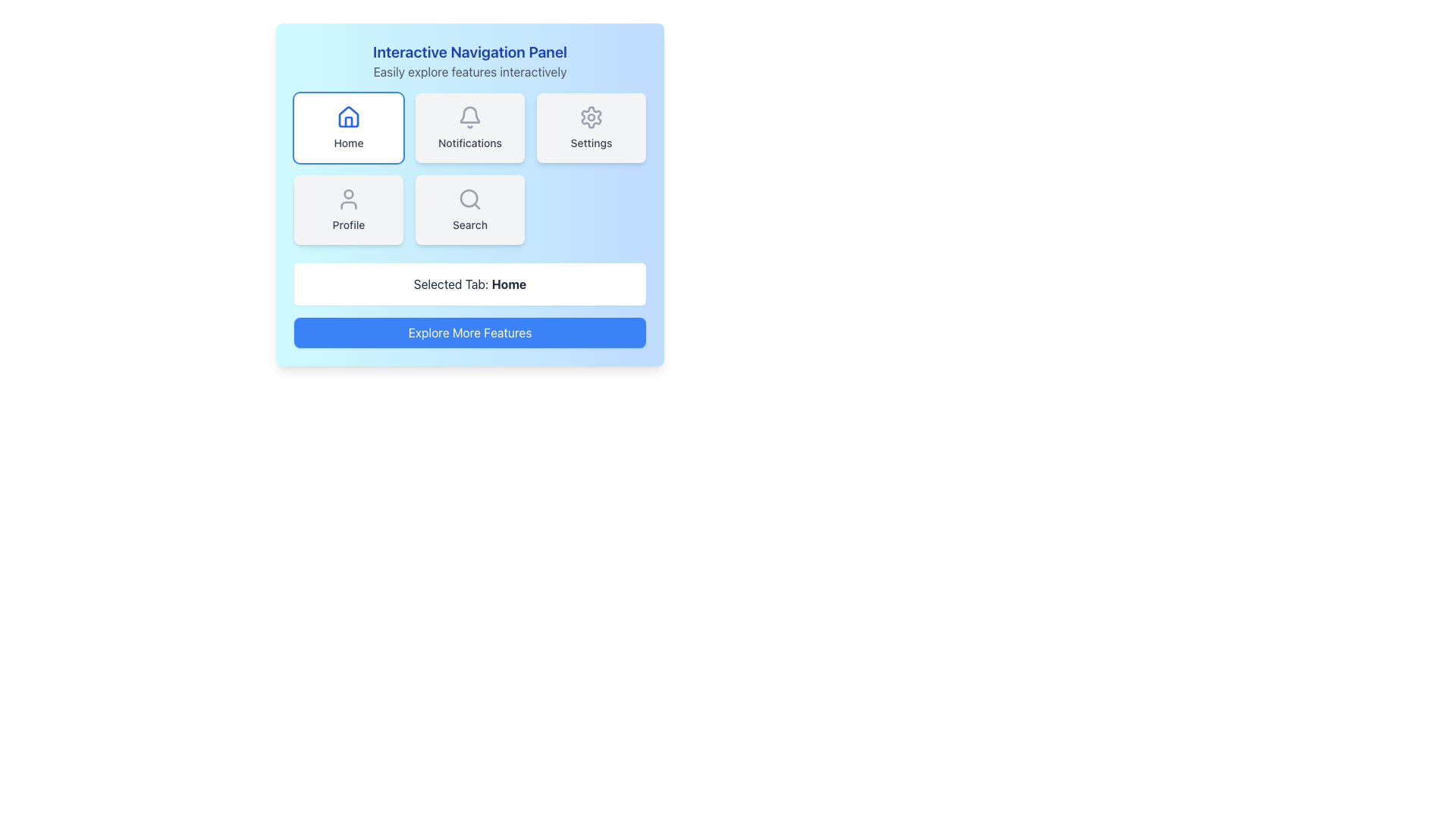 The height and width of the screenshot is (819, 1456). What do you see at coordinates (468, 197) in the screenshot?
I see `decorative circular vector element that is part of the search icon, represented as a magnifying glass, by using developer tools` at bounding box center [468, 197].